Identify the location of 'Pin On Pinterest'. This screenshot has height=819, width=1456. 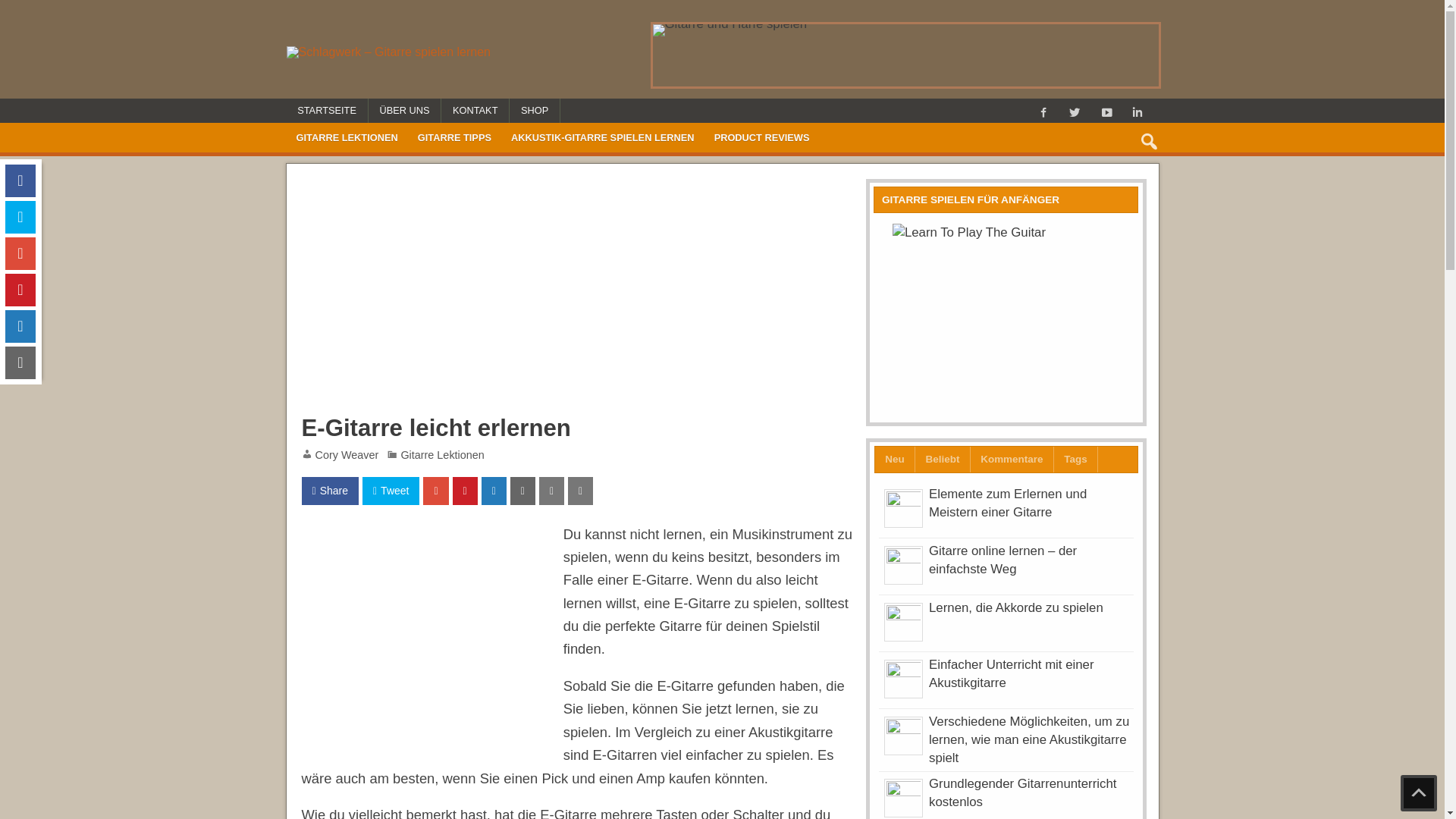
(20, 290).